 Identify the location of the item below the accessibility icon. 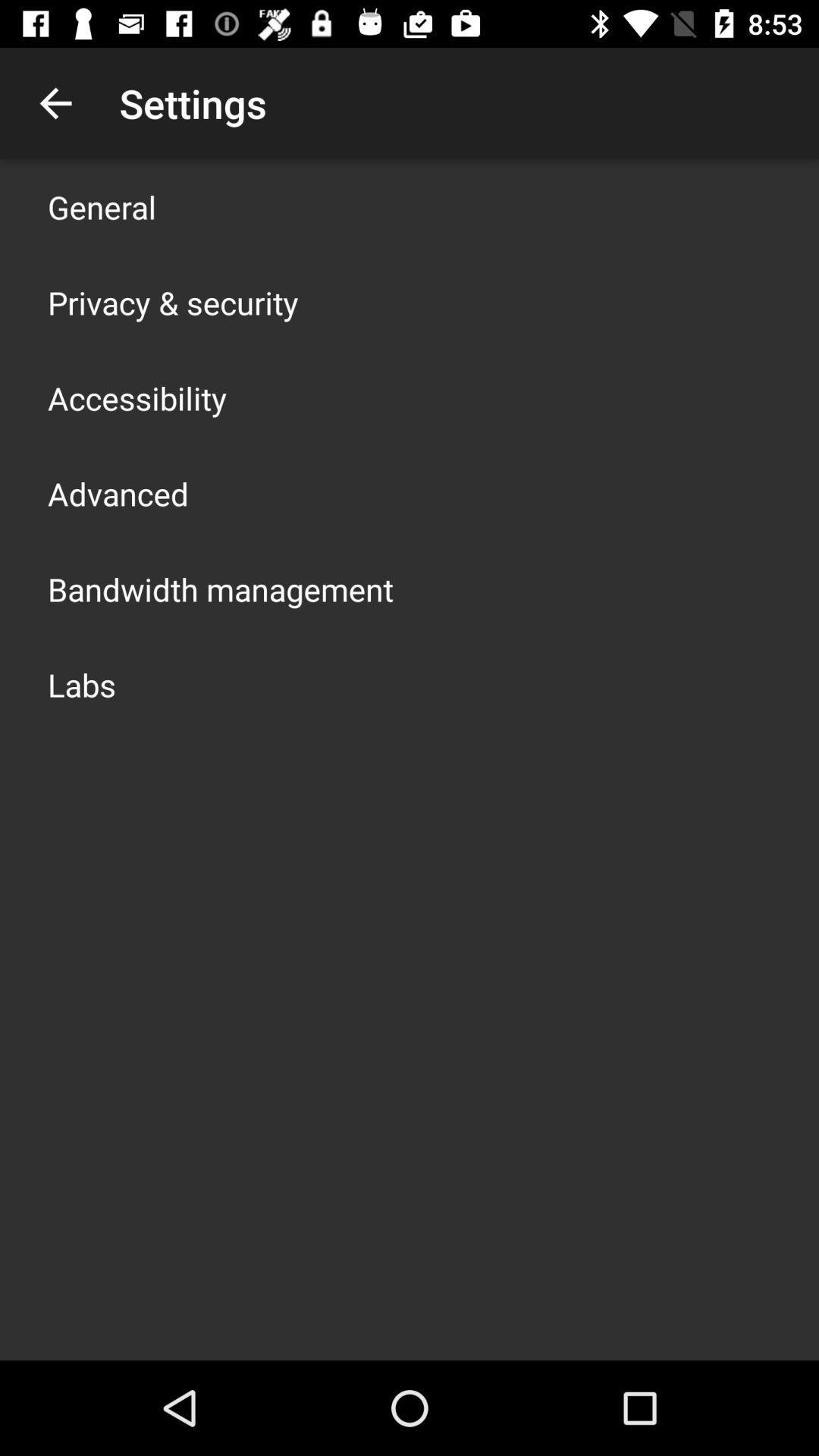
(117, 494).